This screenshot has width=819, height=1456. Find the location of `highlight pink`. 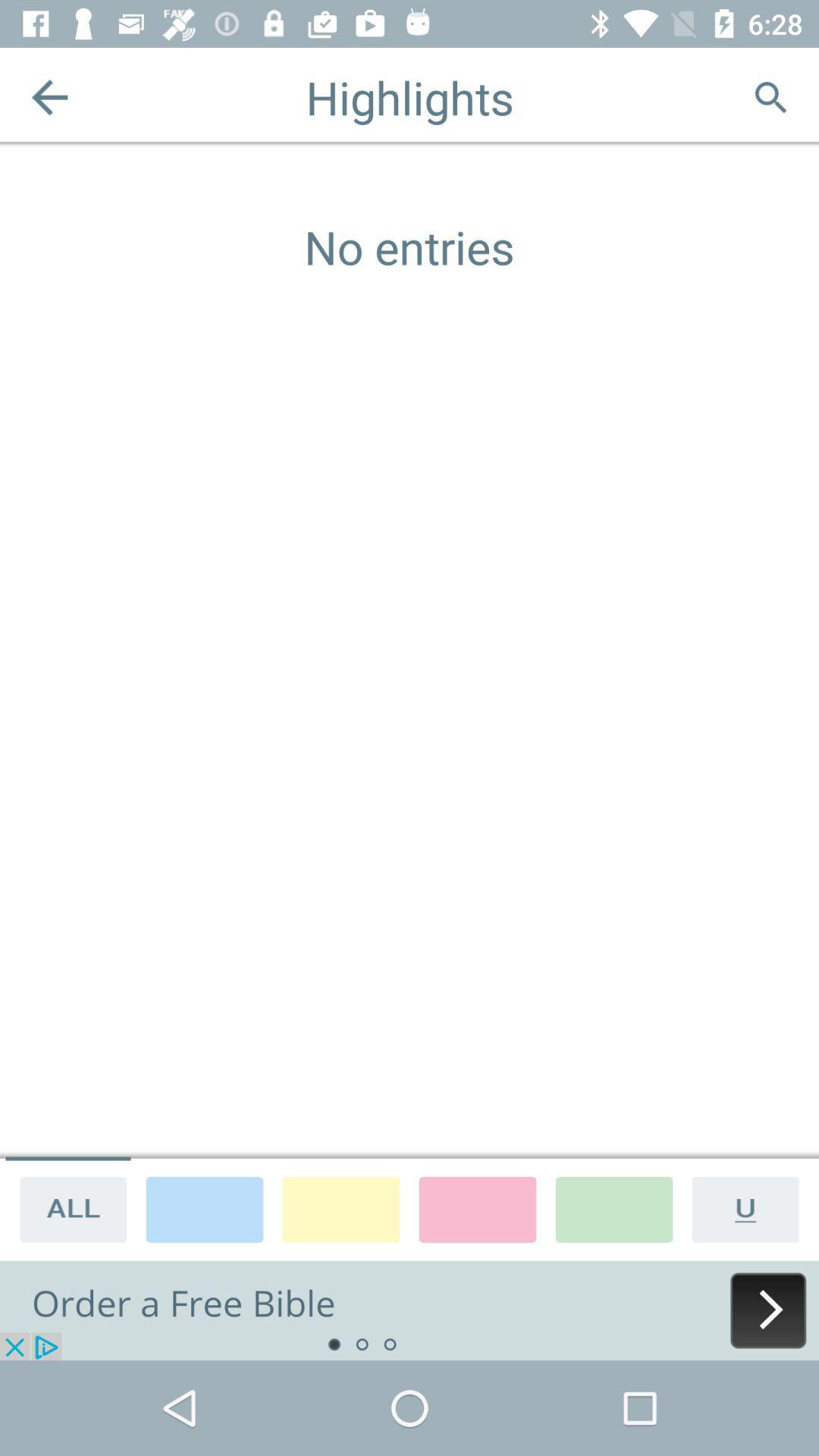

highlight pink is located at coordinates (476, 1208).